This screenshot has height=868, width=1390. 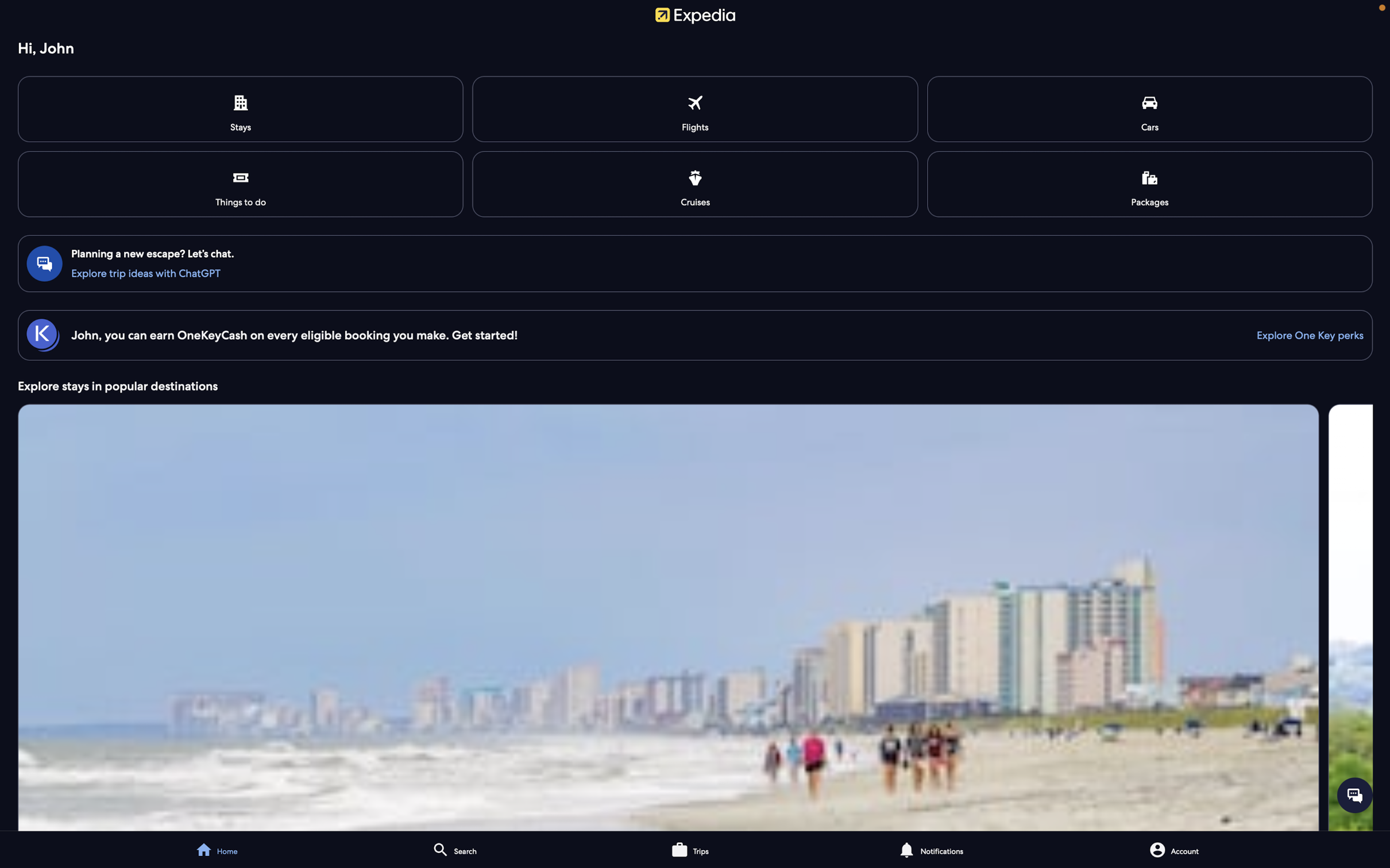 What do you see at coordinates (696, 272) in the screenshot?
I see `a conversation with the AI chatbot` at bounding box center [696, 272].